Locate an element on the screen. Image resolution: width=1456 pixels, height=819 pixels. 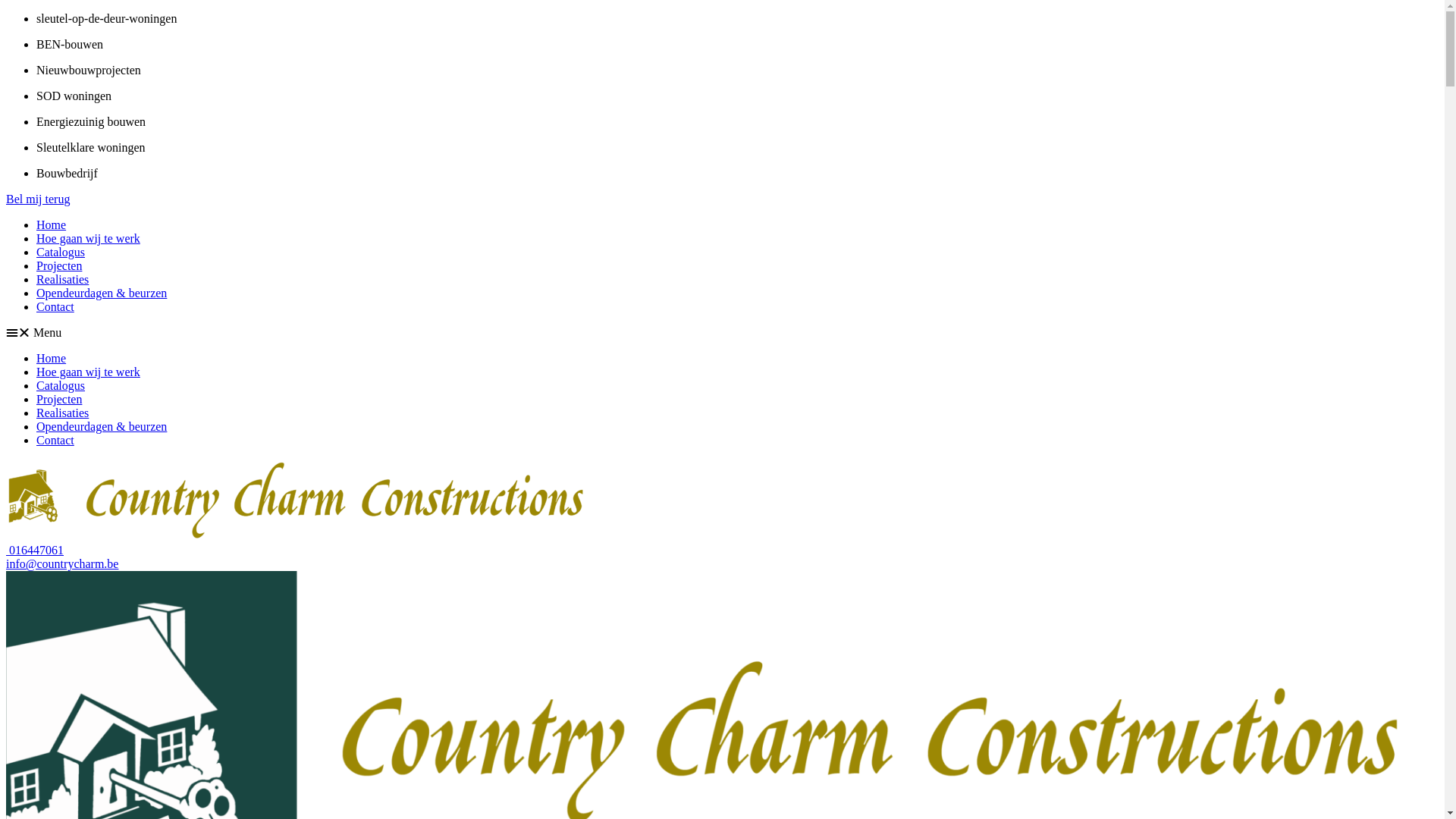
'Catalogus' is located at coordinates (61, 251).